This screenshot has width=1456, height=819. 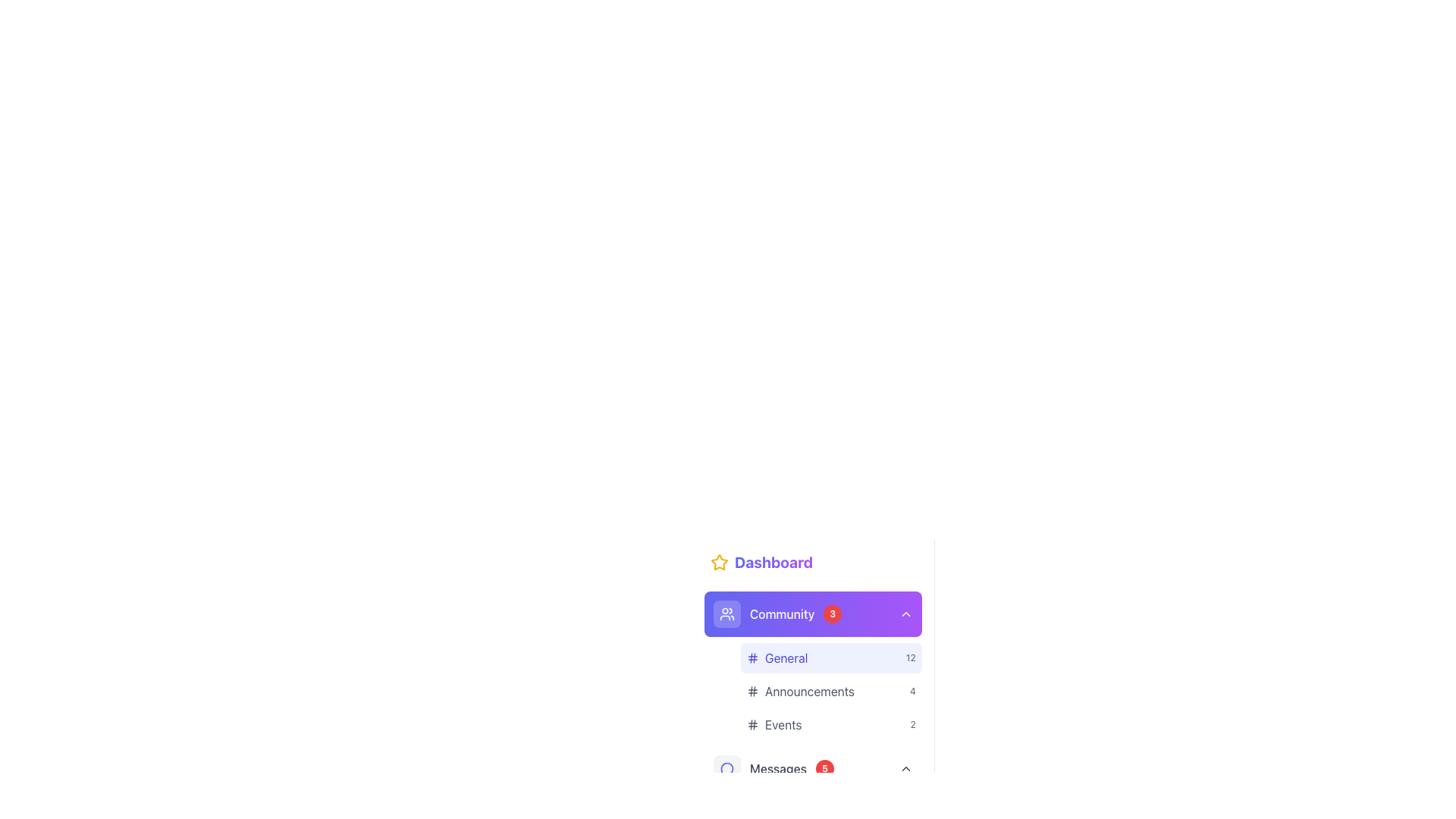 What do you see at coordinates (830, 724) in the screenshot?
I see `the 'Events' button located under the 'Community' section, specifically as the third item in the vertical list under 'General' and 'Announcements'` at bounding box center [830, 724].